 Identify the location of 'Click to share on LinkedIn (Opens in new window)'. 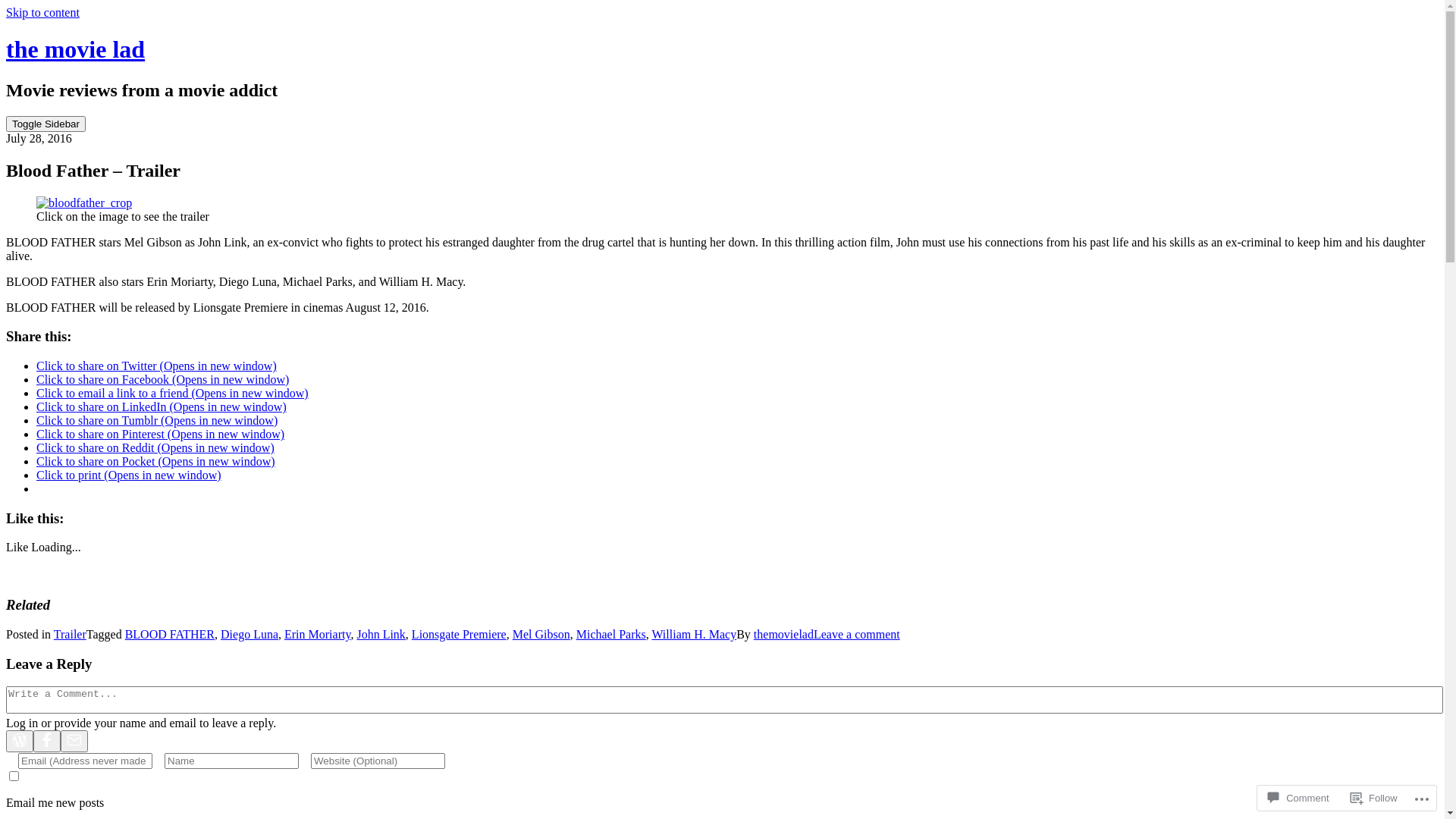
(161, 406).